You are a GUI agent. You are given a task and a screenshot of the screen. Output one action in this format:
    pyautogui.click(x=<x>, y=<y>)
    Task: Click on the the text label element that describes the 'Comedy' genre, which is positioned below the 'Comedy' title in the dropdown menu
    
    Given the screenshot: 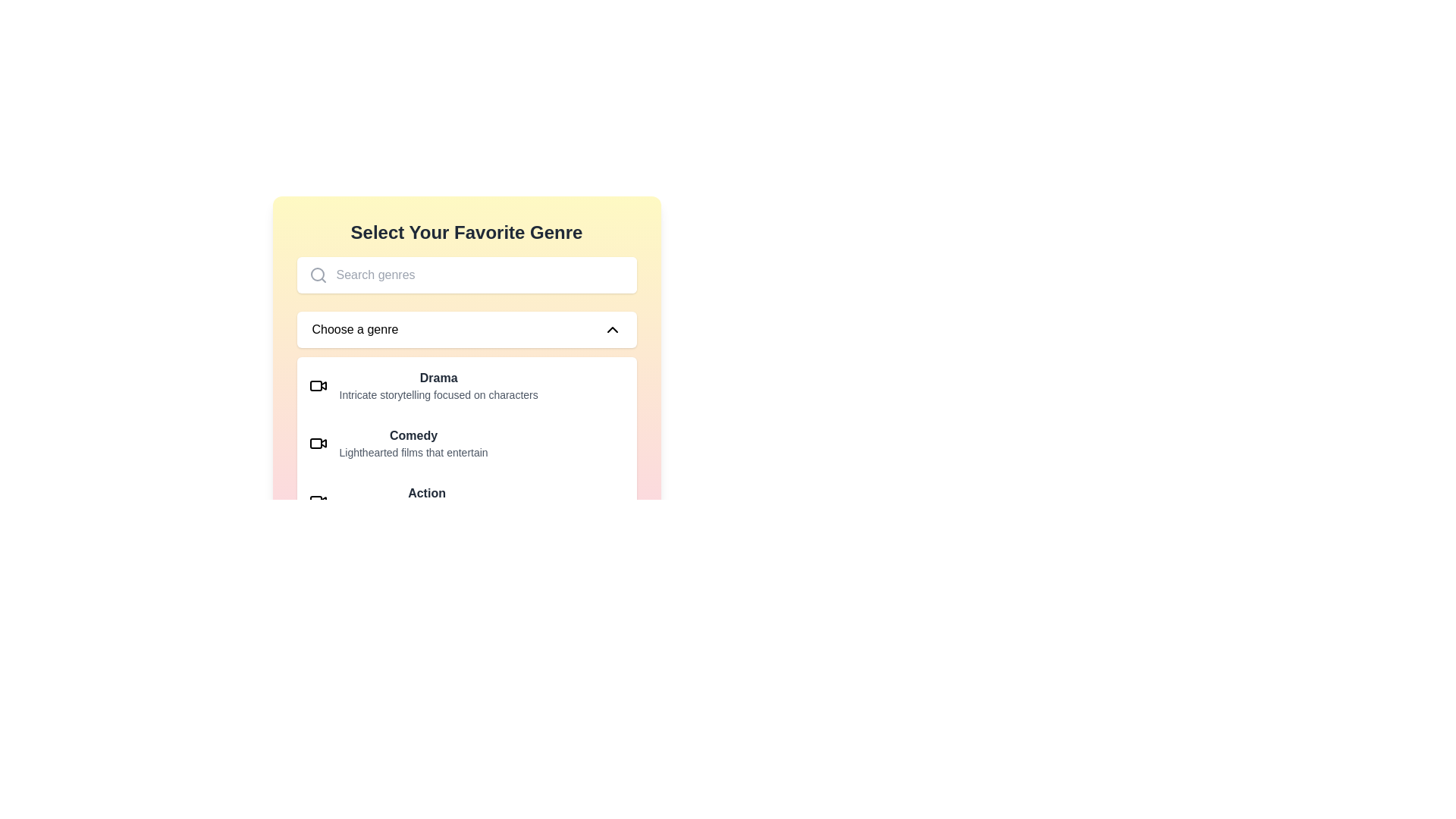 What is the action you would take?
    pyautogui.click(x=413, y=452)
    